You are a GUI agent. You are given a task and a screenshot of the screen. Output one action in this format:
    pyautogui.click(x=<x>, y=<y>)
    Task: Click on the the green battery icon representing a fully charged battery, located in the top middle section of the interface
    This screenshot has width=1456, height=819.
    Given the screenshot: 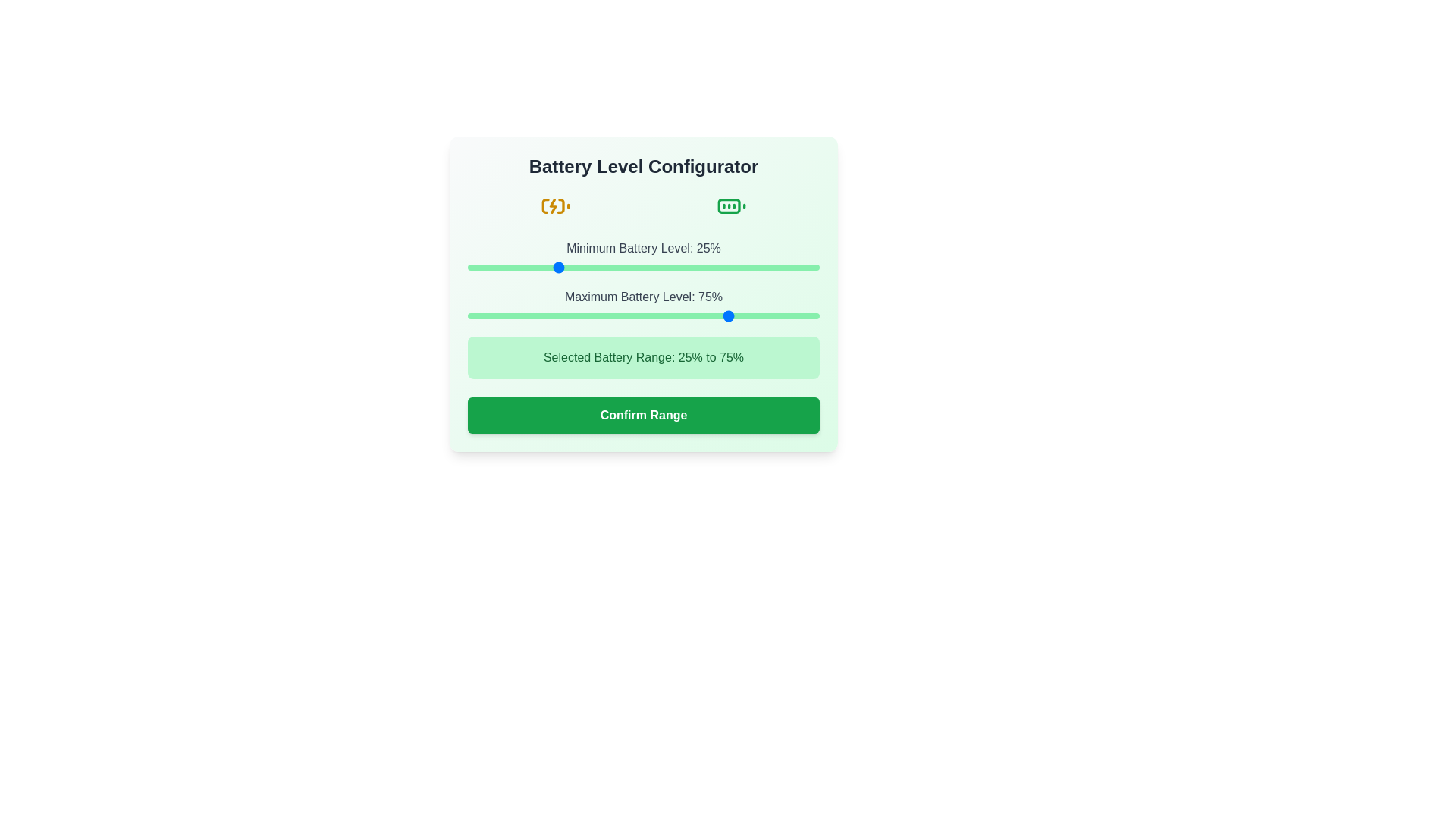 What is the action you would take?
    pyautogui.click(x=731, y=206)
    